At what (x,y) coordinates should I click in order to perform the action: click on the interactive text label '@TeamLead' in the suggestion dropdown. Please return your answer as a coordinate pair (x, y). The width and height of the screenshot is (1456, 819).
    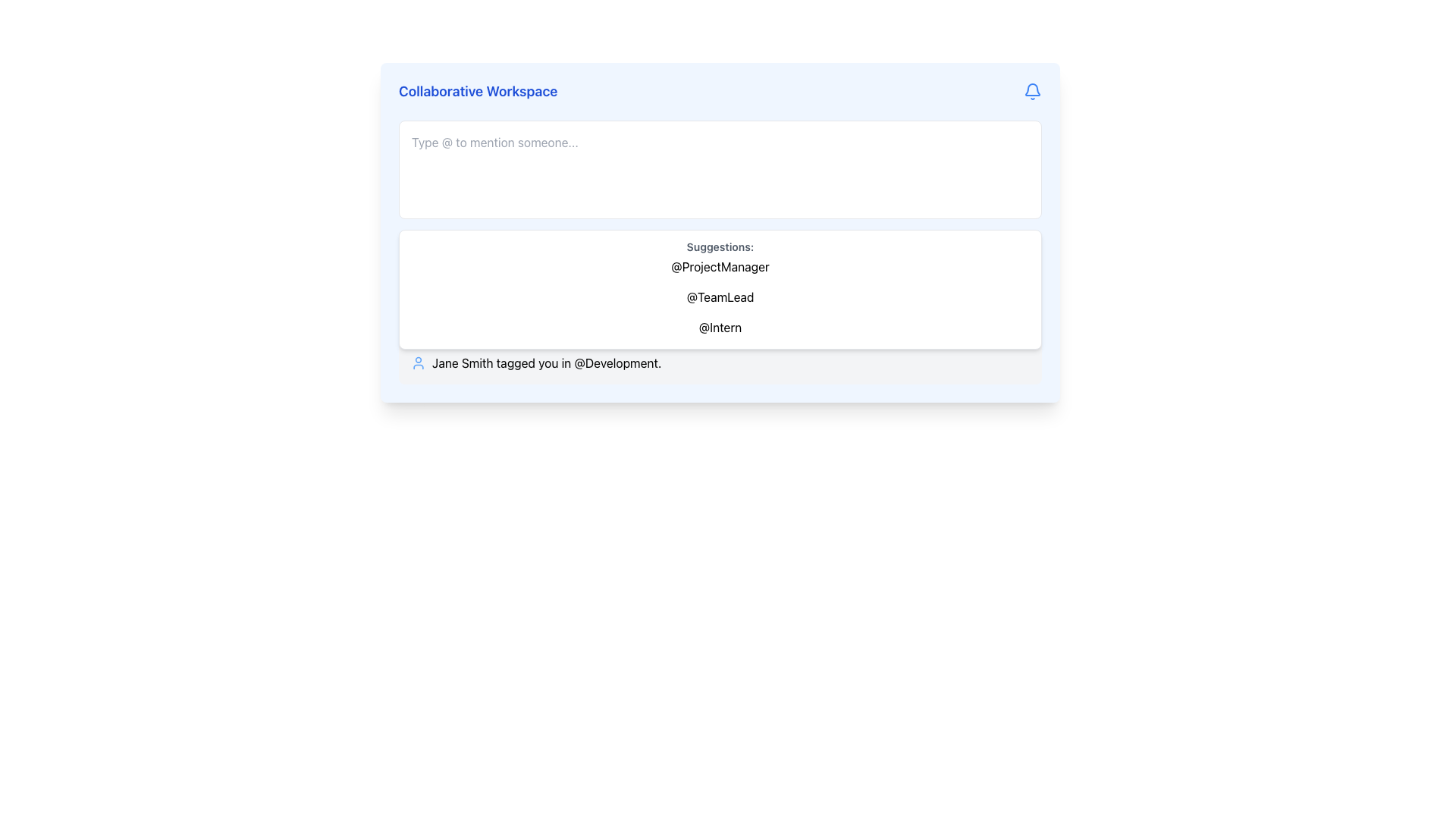
    Looking at the image, I should click on (720, 297).